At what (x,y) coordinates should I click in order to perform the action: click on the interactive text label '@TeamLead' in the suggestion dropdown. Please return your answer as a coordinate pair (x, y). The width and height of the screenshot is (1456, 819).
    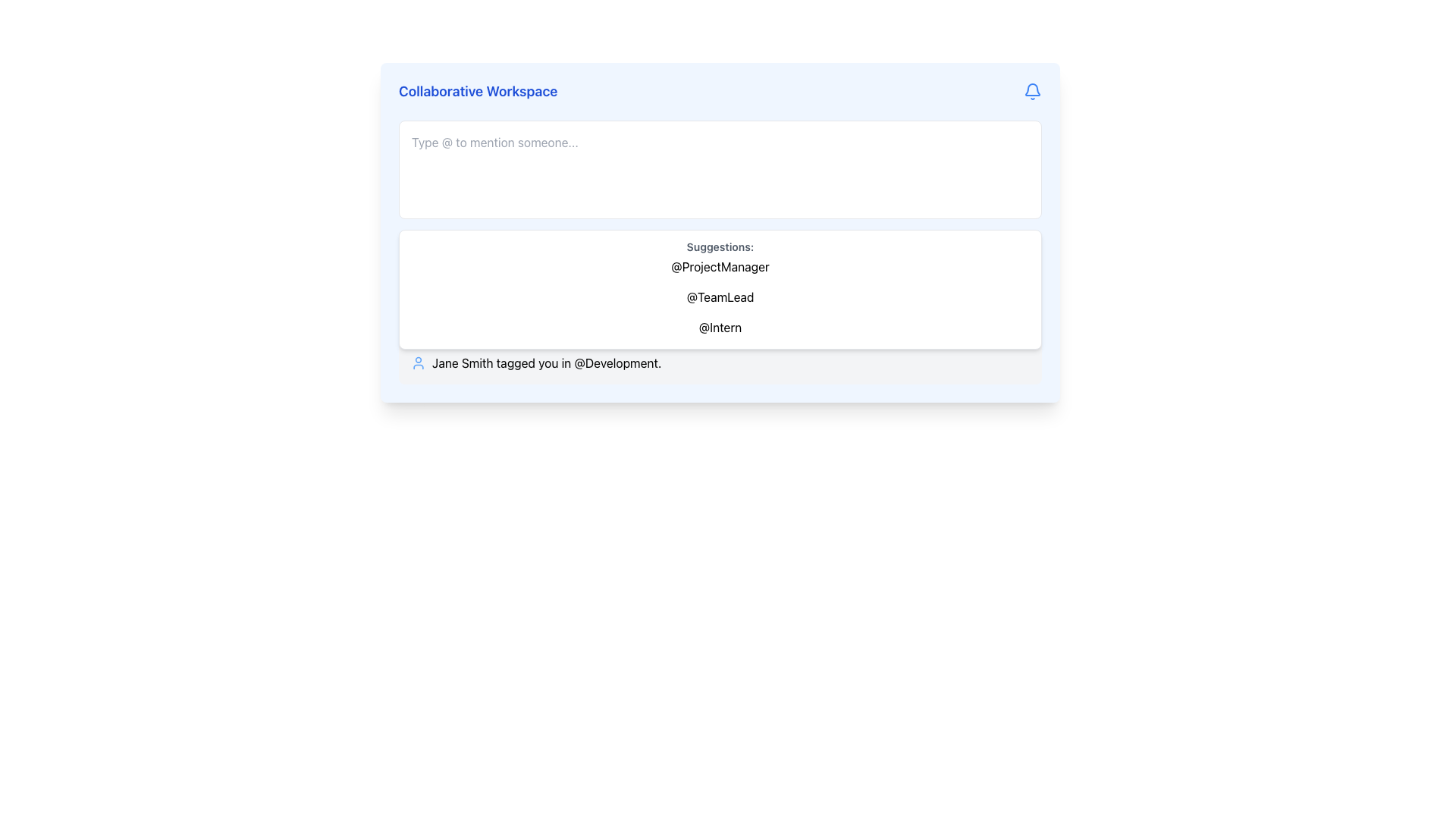
    Looking at the image, I should click on (720, 297).